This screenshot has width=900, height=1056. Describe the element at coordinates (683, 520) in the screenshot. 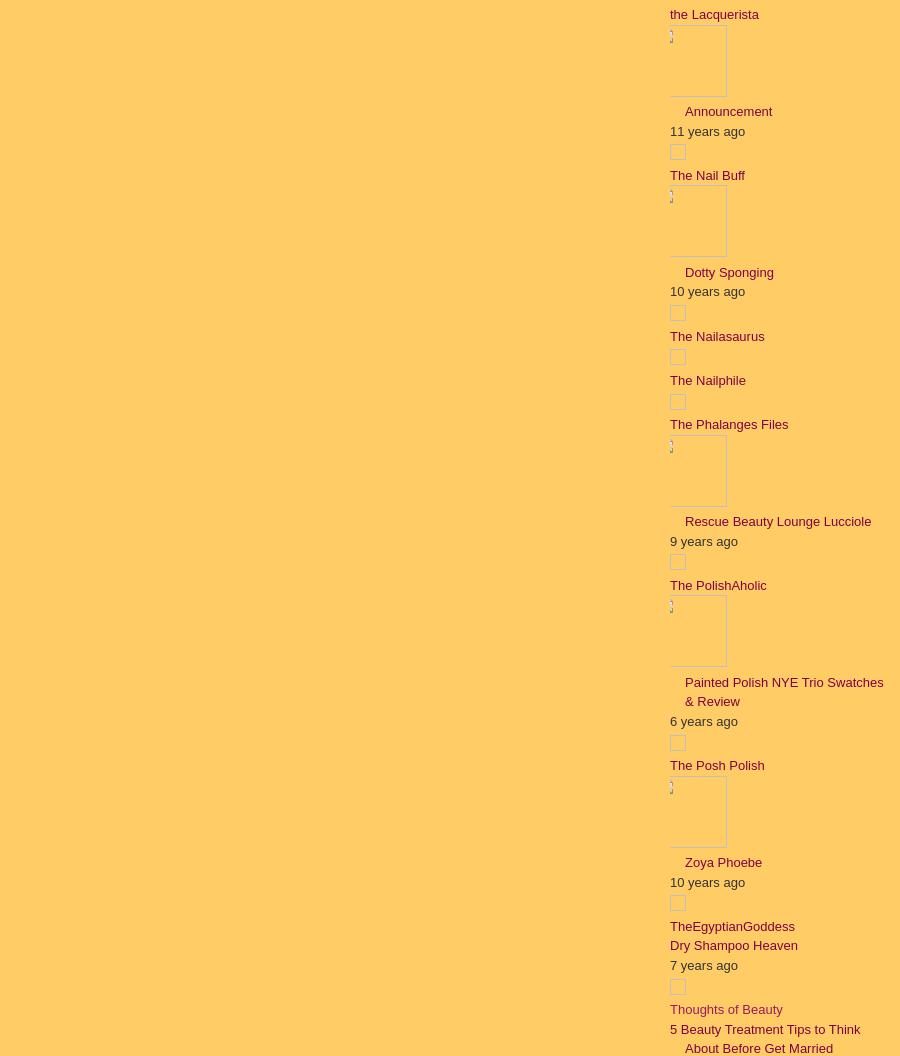

I see `'Rescue Beauty Lounge Lucciole'` at that location.